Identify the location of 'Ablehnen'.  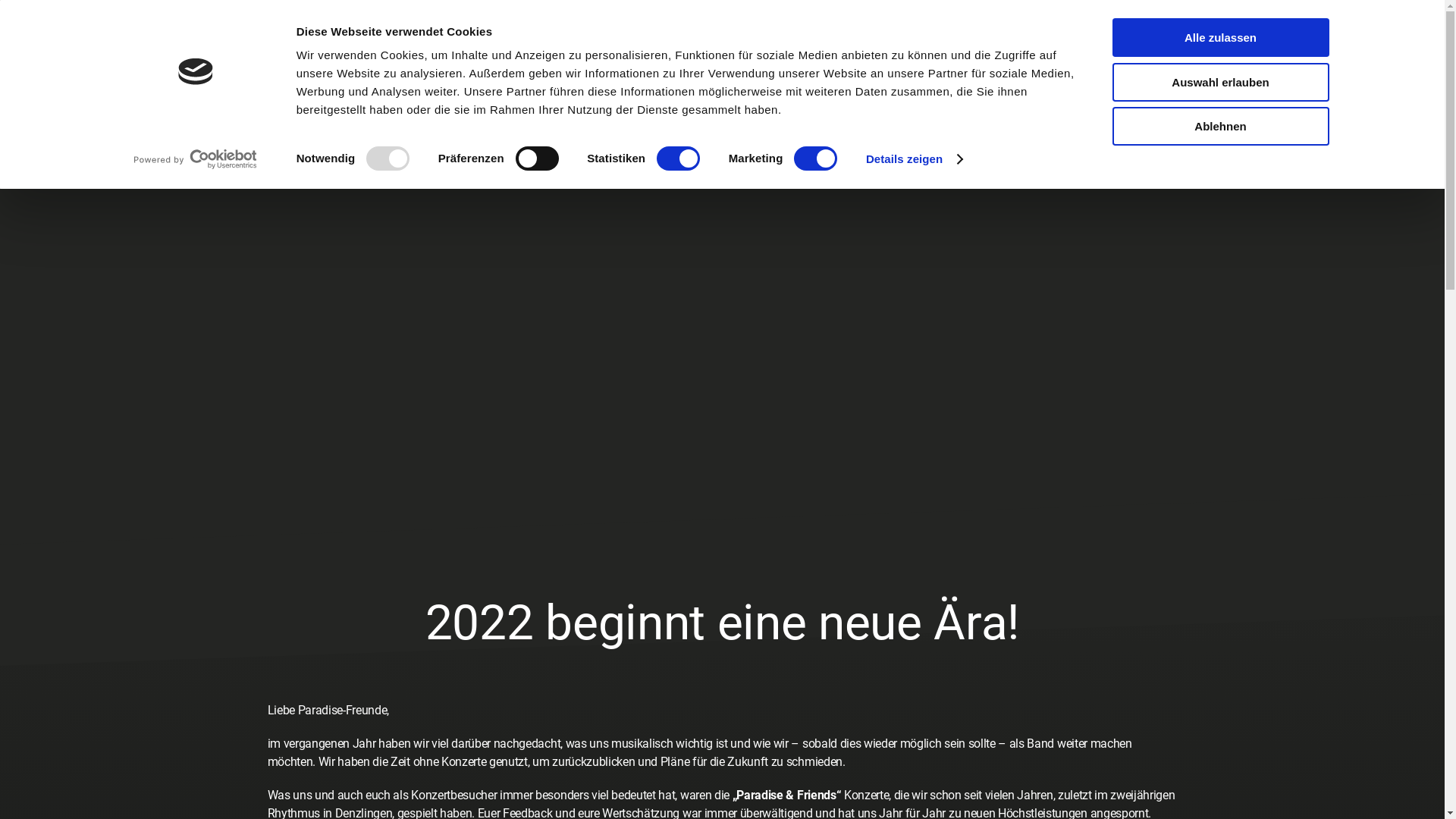
(1219, 125).